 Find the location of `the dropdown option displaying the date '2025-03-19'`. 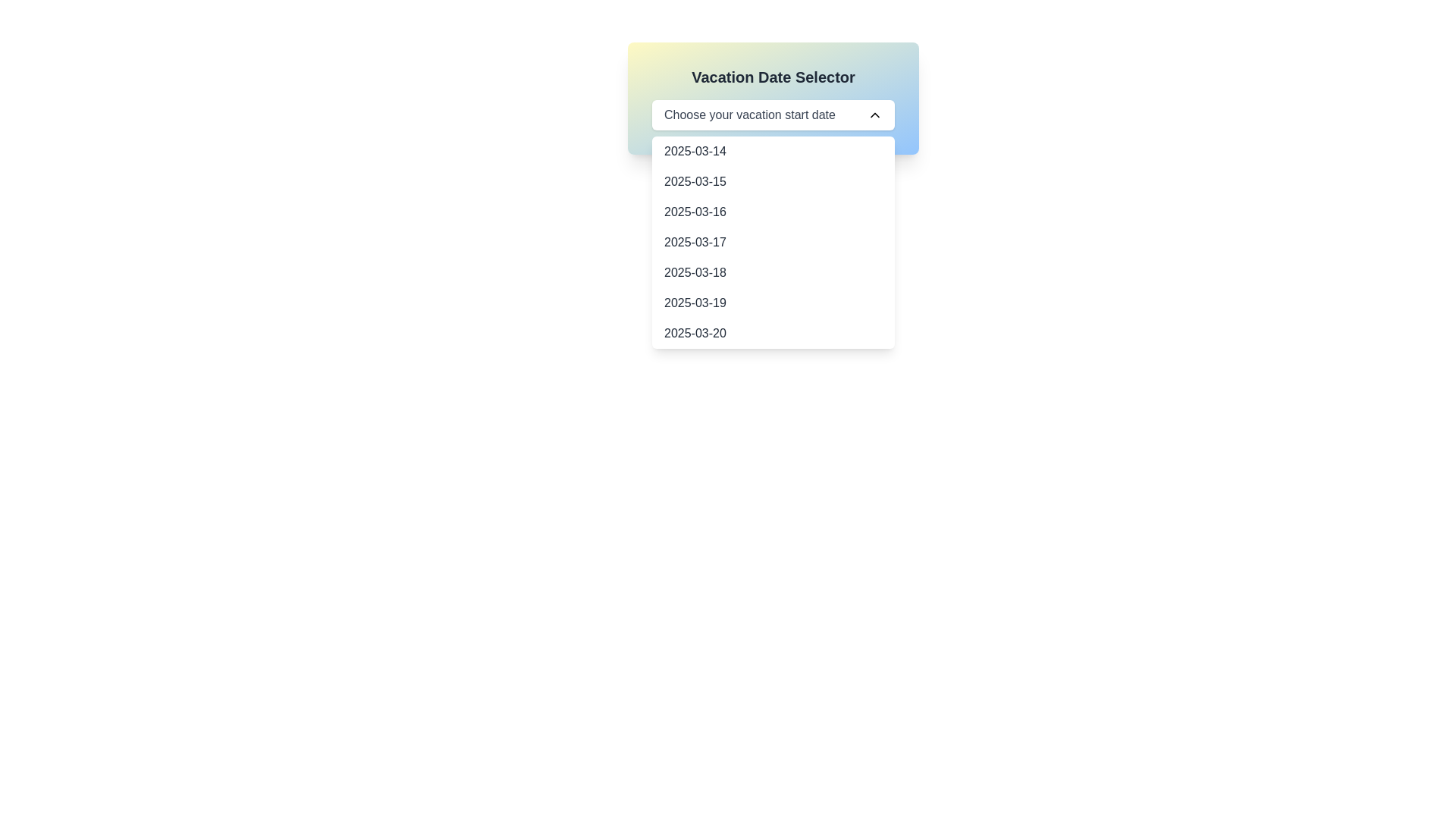

the dropdown option displaying the date '2025-03-19' is located at coordinates (773, 303).